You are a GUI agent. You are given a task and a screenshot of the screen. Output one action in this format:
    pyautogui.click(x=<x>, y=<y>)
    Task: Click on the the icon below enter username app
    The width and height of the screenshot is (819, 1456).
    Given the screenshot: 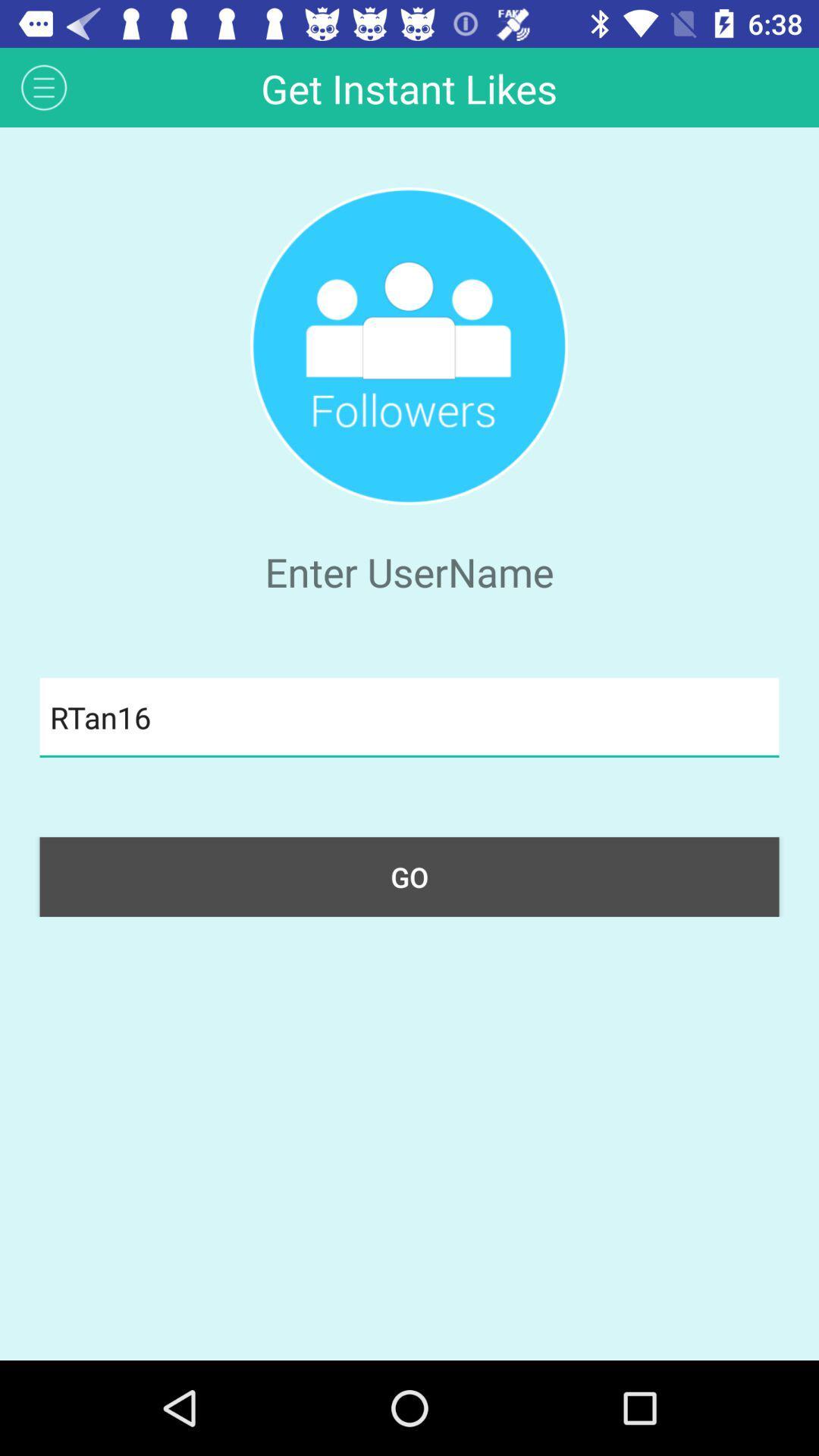 What is the action you would take?
    pyautogui.click(x=409, y=717)
    